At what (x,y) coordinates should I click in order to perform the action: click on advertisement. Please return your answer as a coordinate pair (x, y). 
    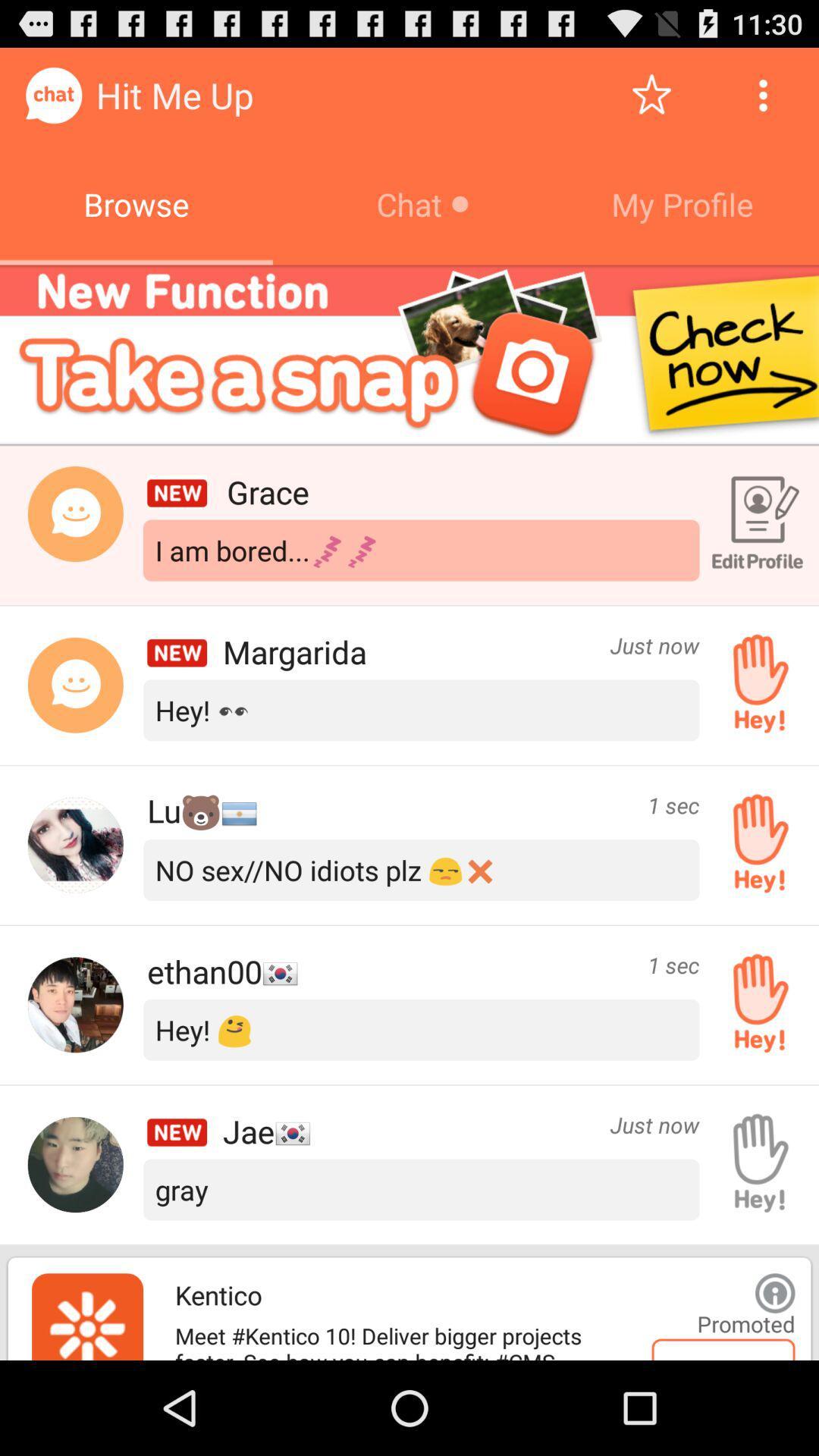
    Looking at the image, I should click on (775, 1292).